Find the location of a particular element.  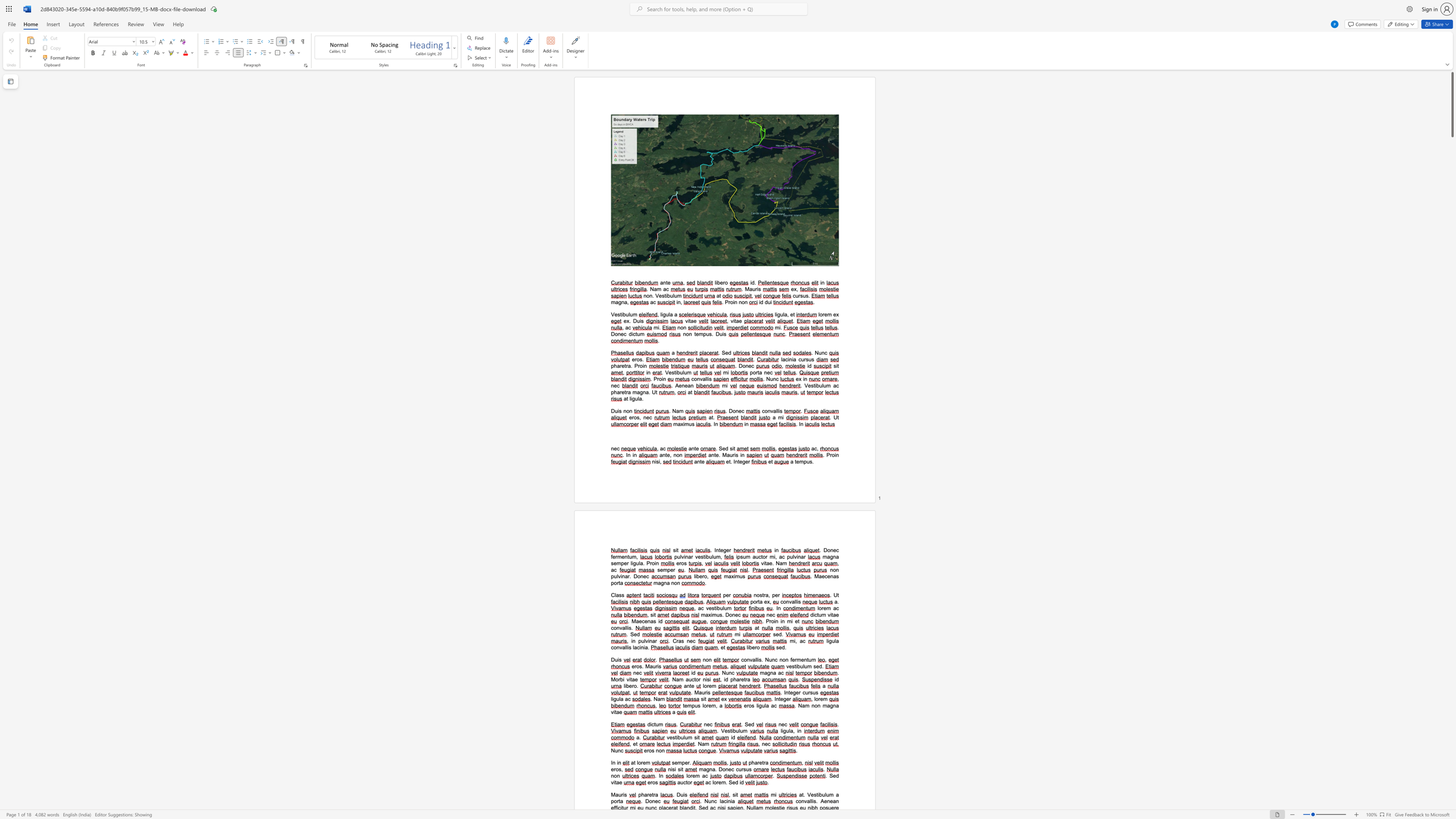

the space between the continuous character "c" and "e" in the text is located at coordinates (826, 575).